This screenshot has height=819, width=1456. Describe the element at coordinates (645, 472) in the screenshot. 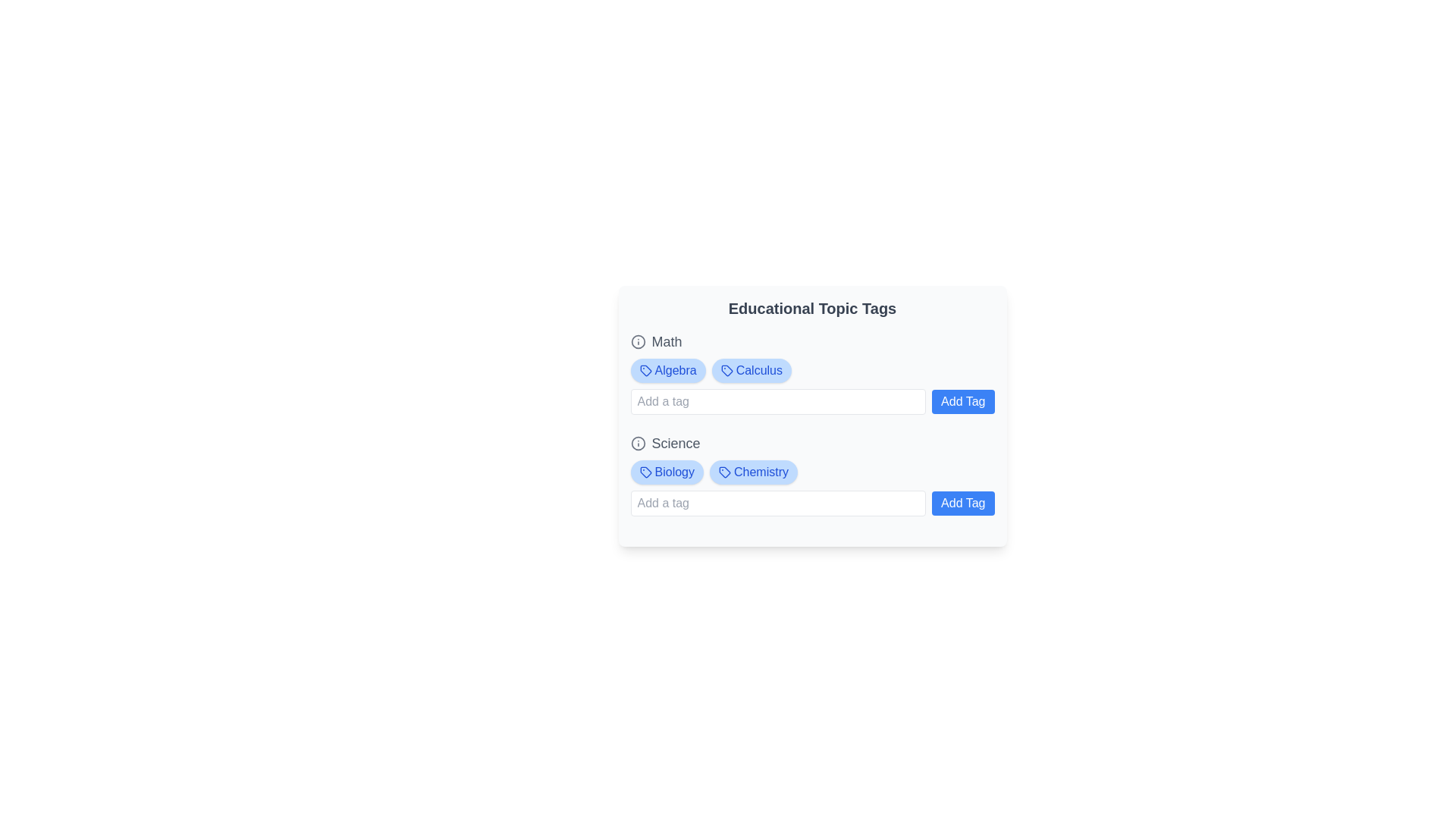

I see `the graphical tag icon representing 'Biology' located within the rounded blue button, positioned to the left of the 'Biology' text` at that location.